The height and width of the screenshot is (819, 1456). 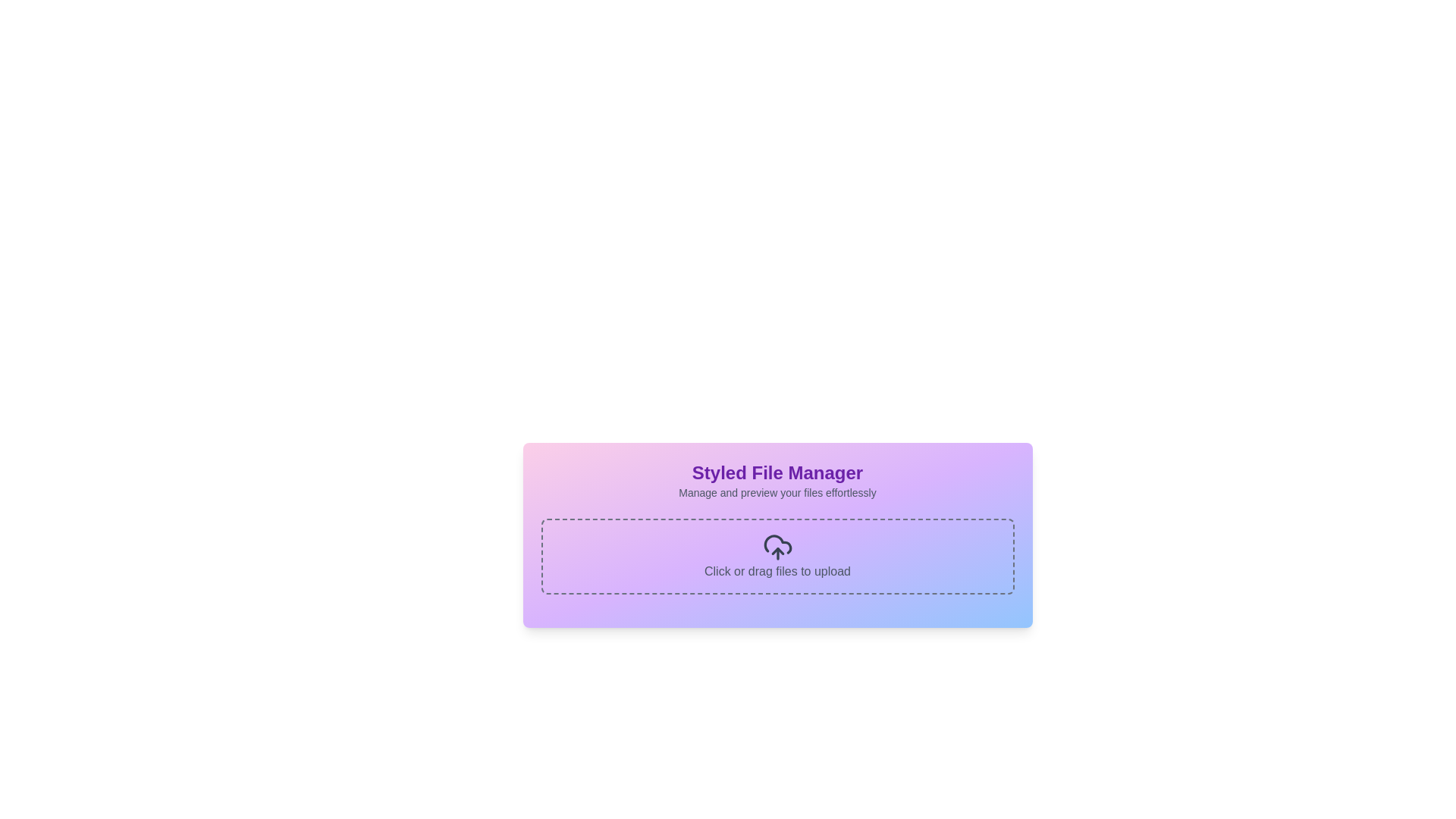 What do you see at coordinates (777, 493) in the screenshot?
I see `the descriptive text element that provides information about the file manager functionality, which is positioned centrally below the title 'Styled File Manager'` at bounding box center [777, 493].